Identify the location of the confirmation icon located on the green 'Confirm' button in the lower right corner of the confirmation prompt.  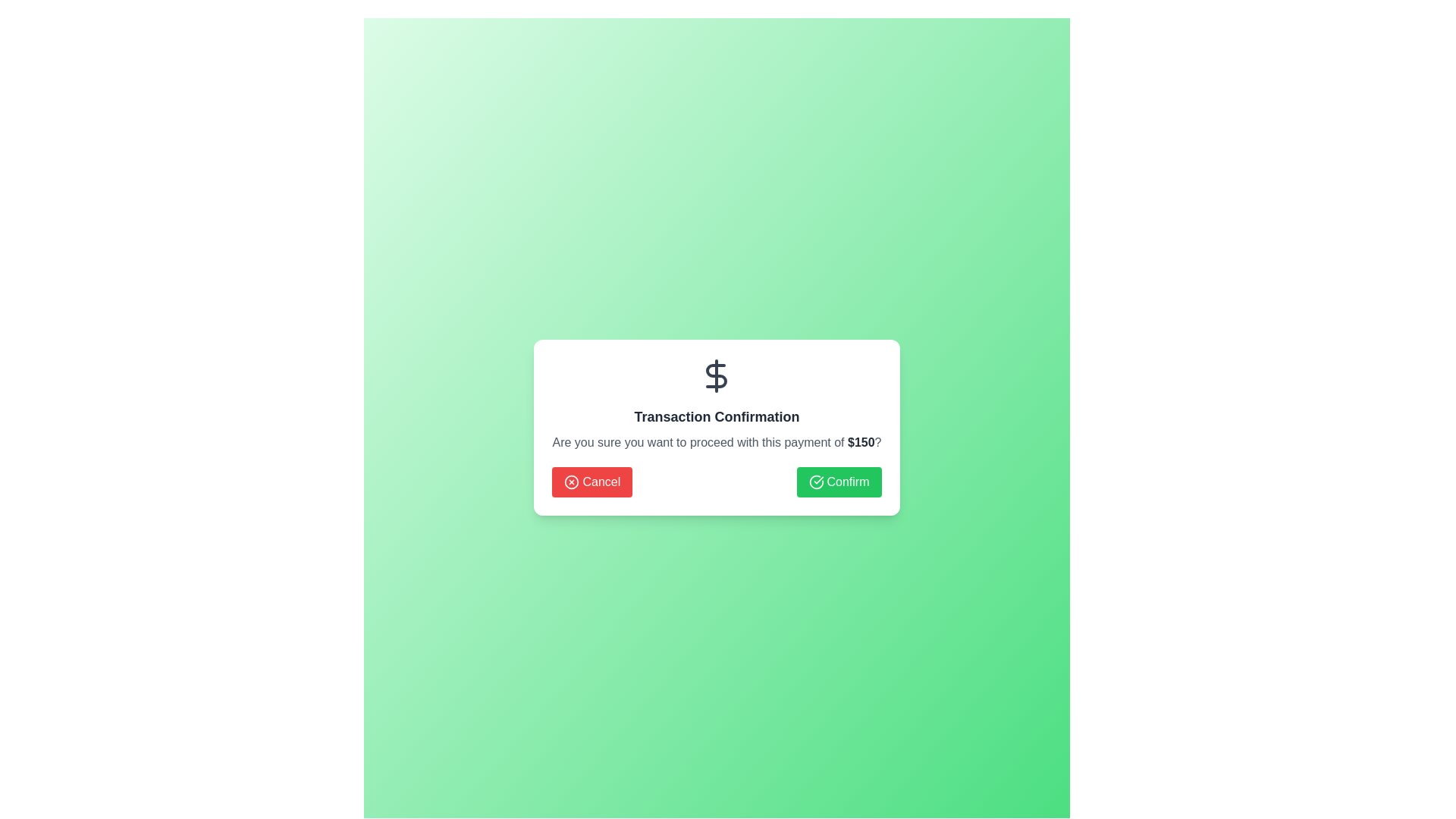
(815, 482).